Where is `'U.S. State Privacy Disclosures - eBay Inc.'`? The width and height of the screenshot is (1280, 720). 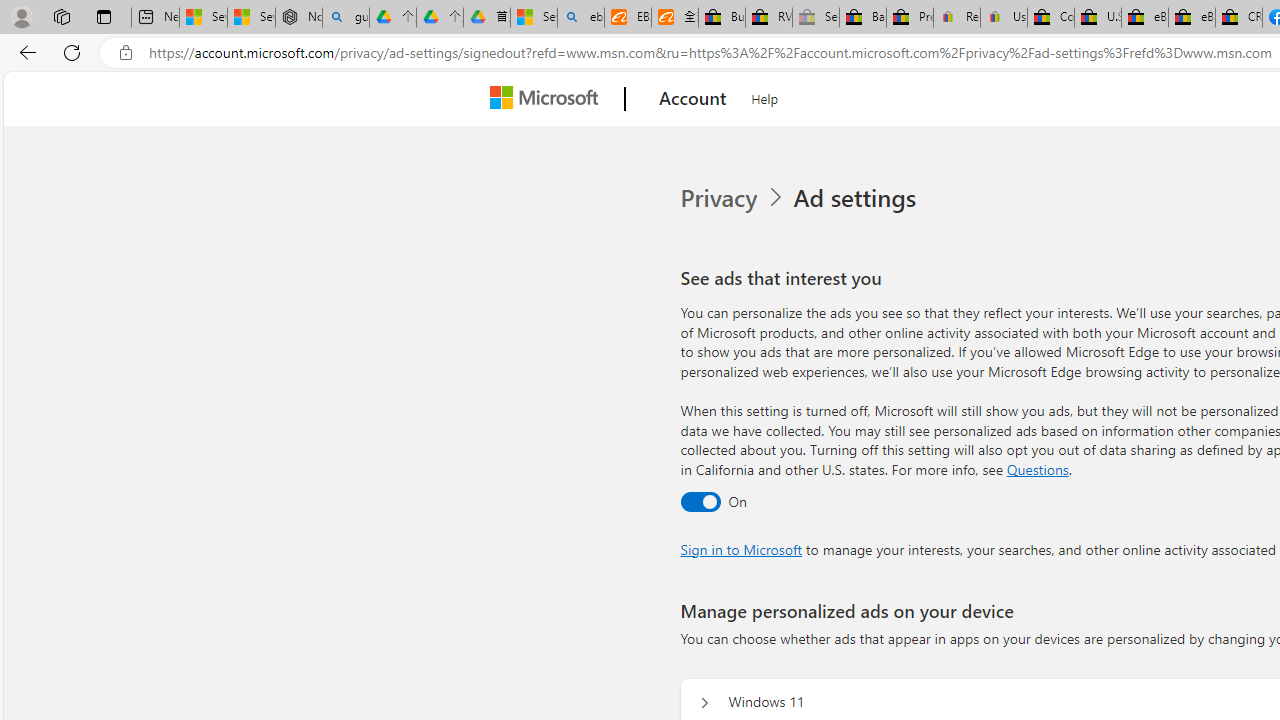 'U.S. State Privacy Disclosures - eBay Inc.' is located at coordinates (1097, 17).